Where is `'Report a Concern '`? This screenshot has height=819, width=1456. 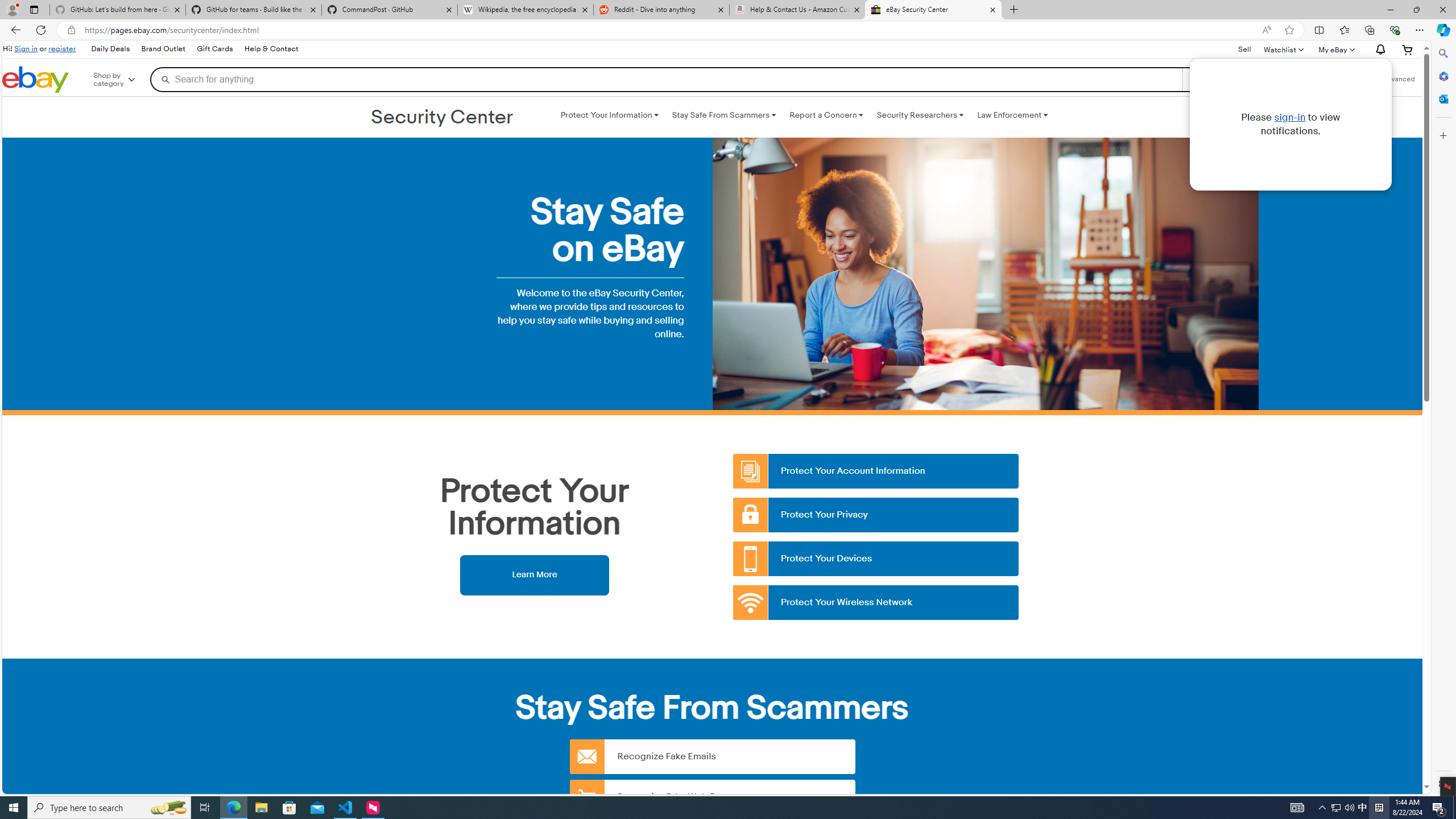 'Report a Concern ' is located at coordinates (825, 115).